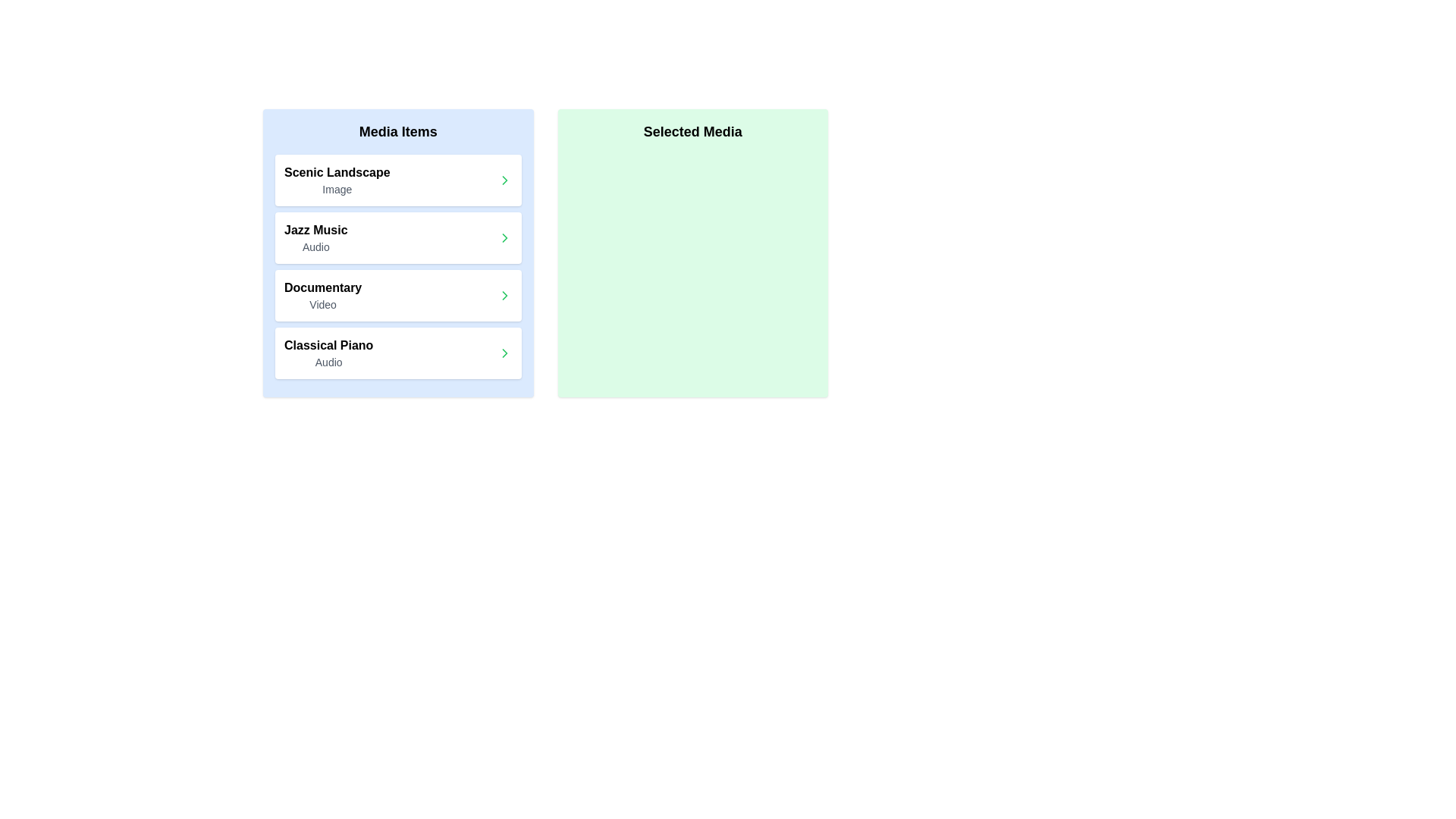 The width and height of the screenshot is (1456, 819). What do you see at coordinates (504, 237) in the screenshot?
I see `right arrow button next to the item named 'Jazz Music' in the 'Media Items' list` at bounding box center [504, 237].